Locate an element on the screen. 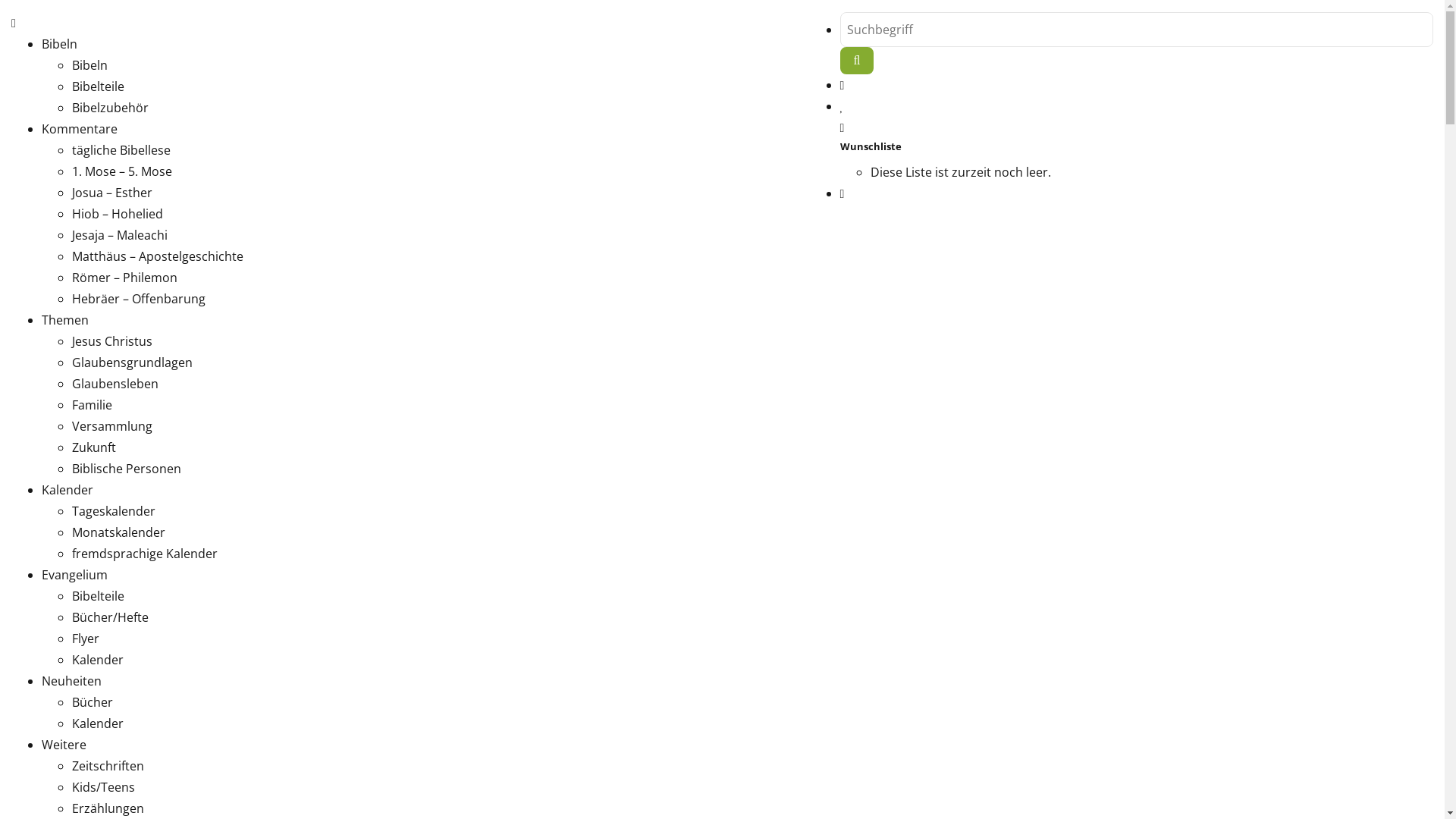 This screenshot has height=819, width=1456. 'Glaubensgrundlagen' is located at coordinates (132, 362).